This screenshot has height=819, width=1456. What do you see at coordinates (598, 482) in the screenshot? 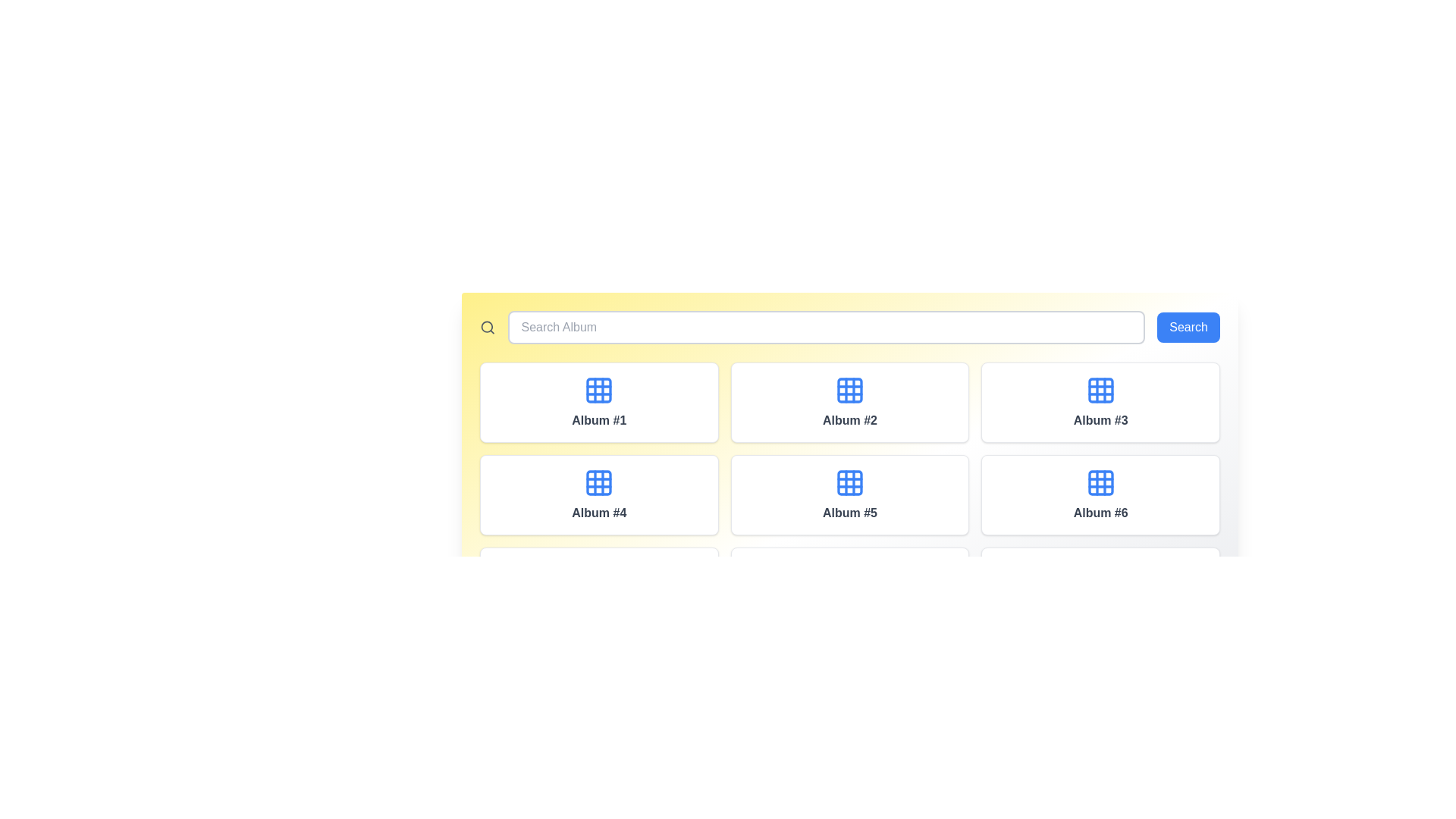
I see `visual decoration representing the central cell within the 3x3 grid icon, located in the middle cell of the grid in the fourth item slot of the album list` at bounding box center [598, 482].